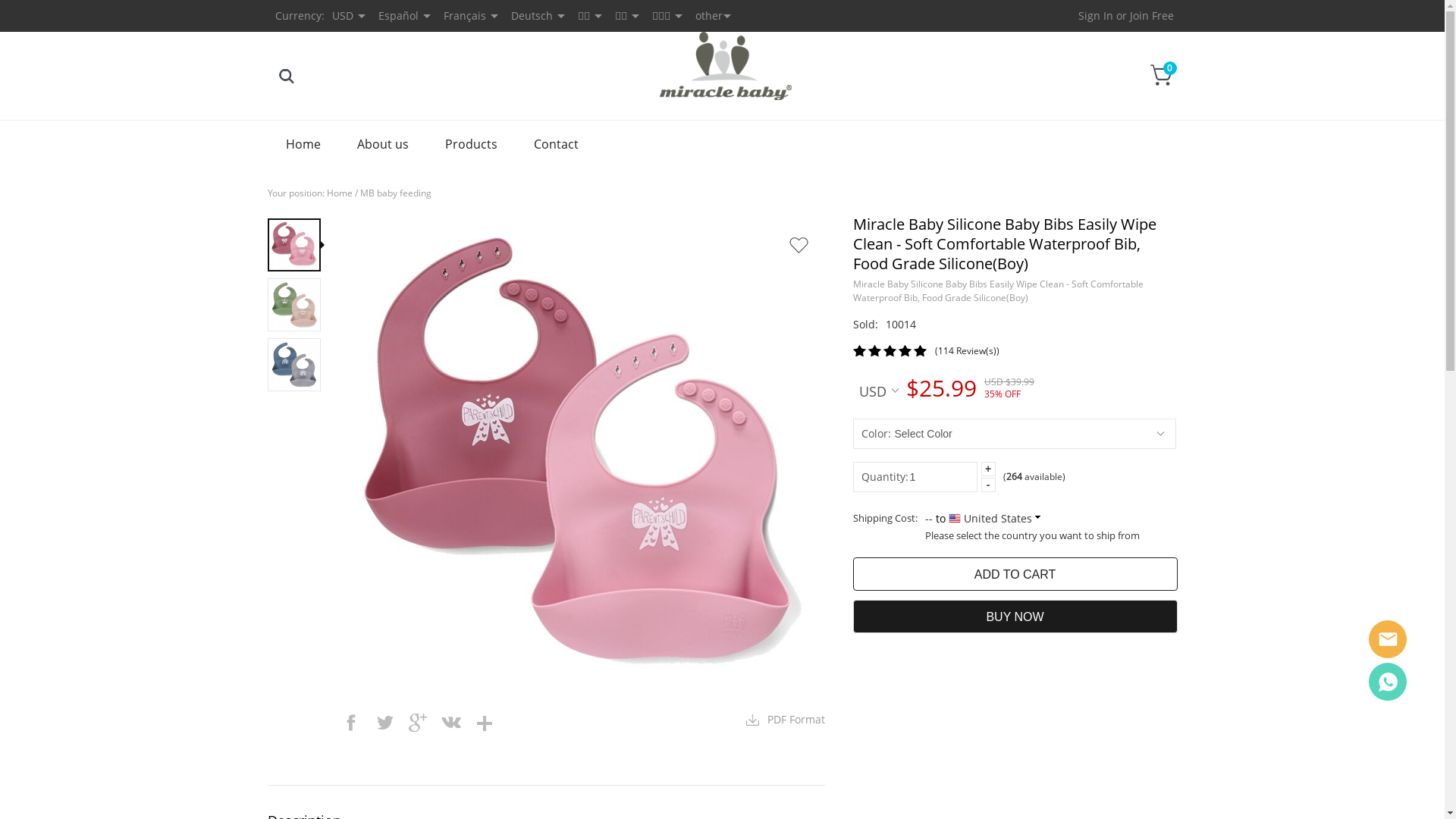  I want to click on '(114 Review(s))', so click(934, 350).